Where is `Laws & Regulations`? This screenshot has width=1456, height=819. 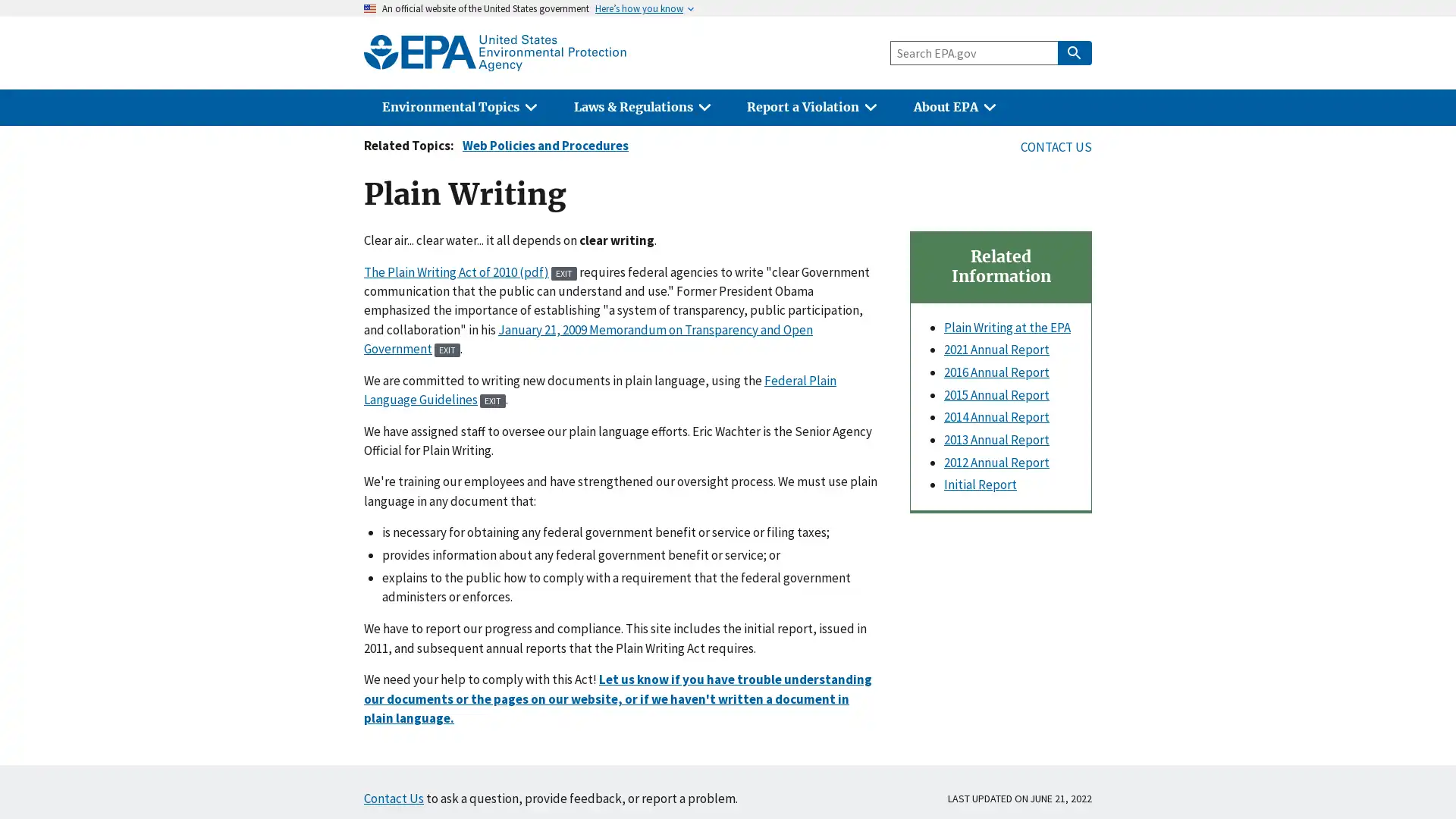 Laws & Regulations is located at coordinates (642, 107).